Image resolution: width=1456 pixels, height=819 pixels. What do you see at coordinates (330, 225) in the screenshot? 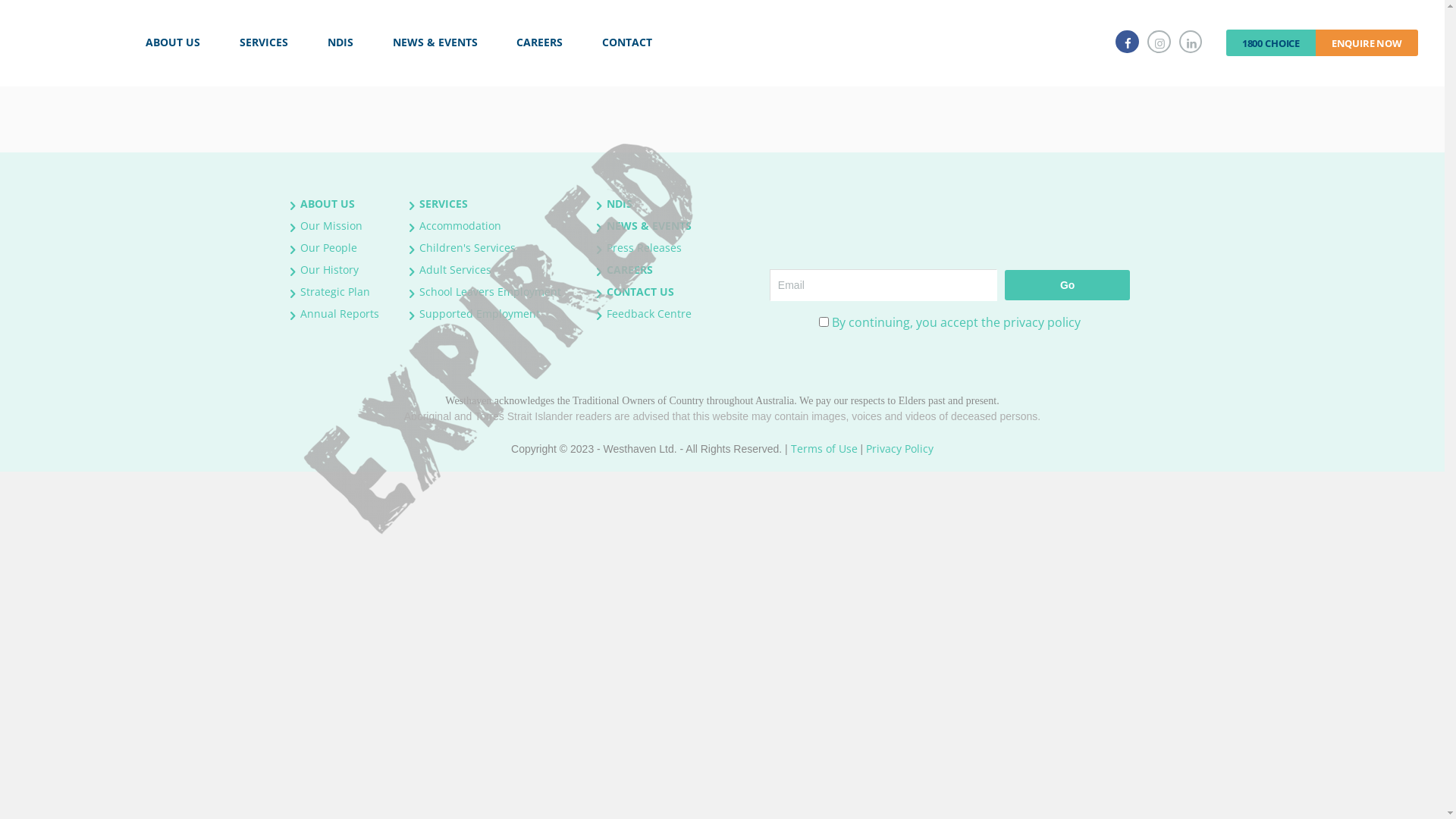
I see `'Our Mission'` at bounding box center [330, 225].